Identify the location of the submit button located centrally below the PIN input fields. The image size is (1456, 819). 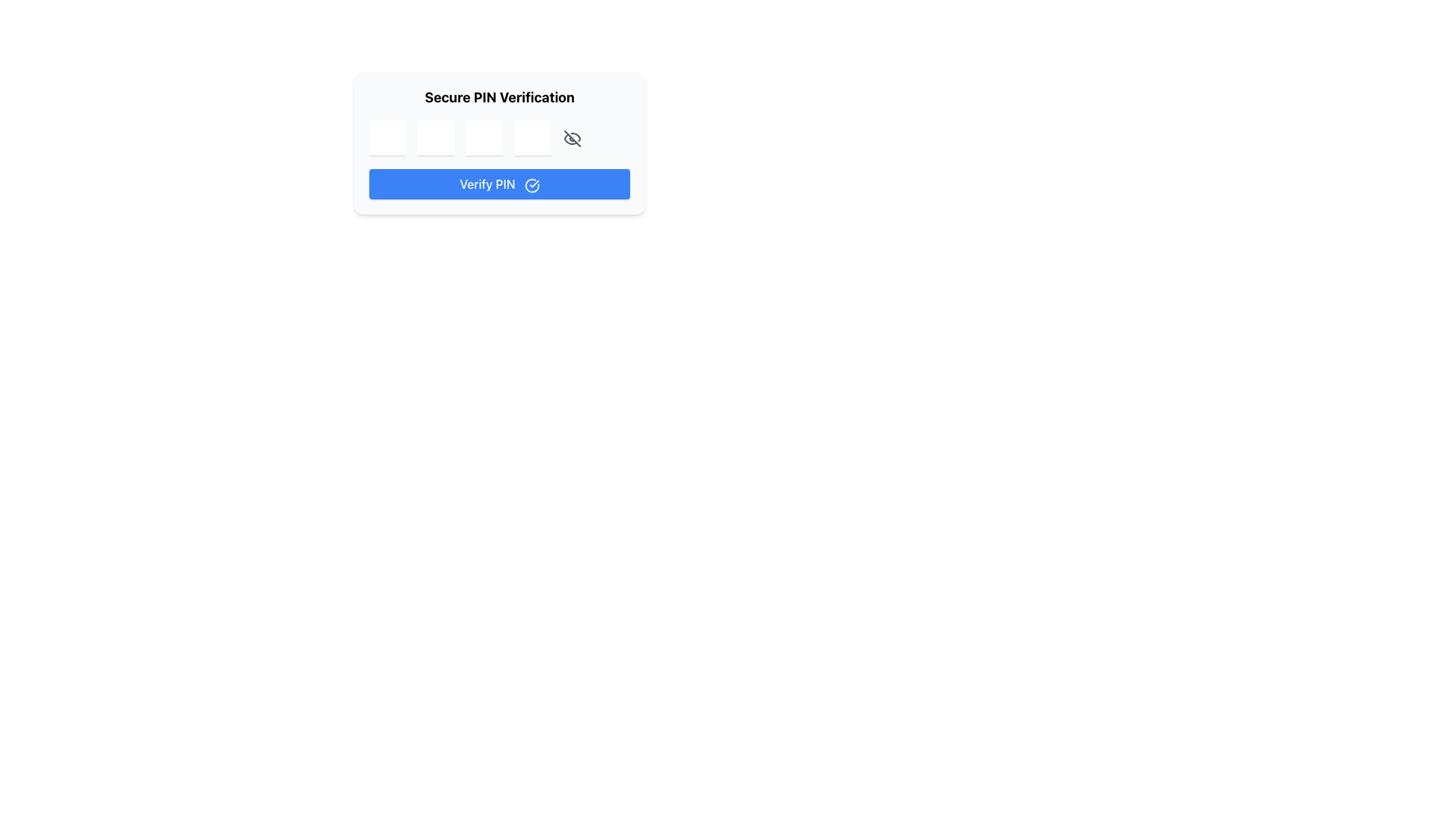
(499, 184).